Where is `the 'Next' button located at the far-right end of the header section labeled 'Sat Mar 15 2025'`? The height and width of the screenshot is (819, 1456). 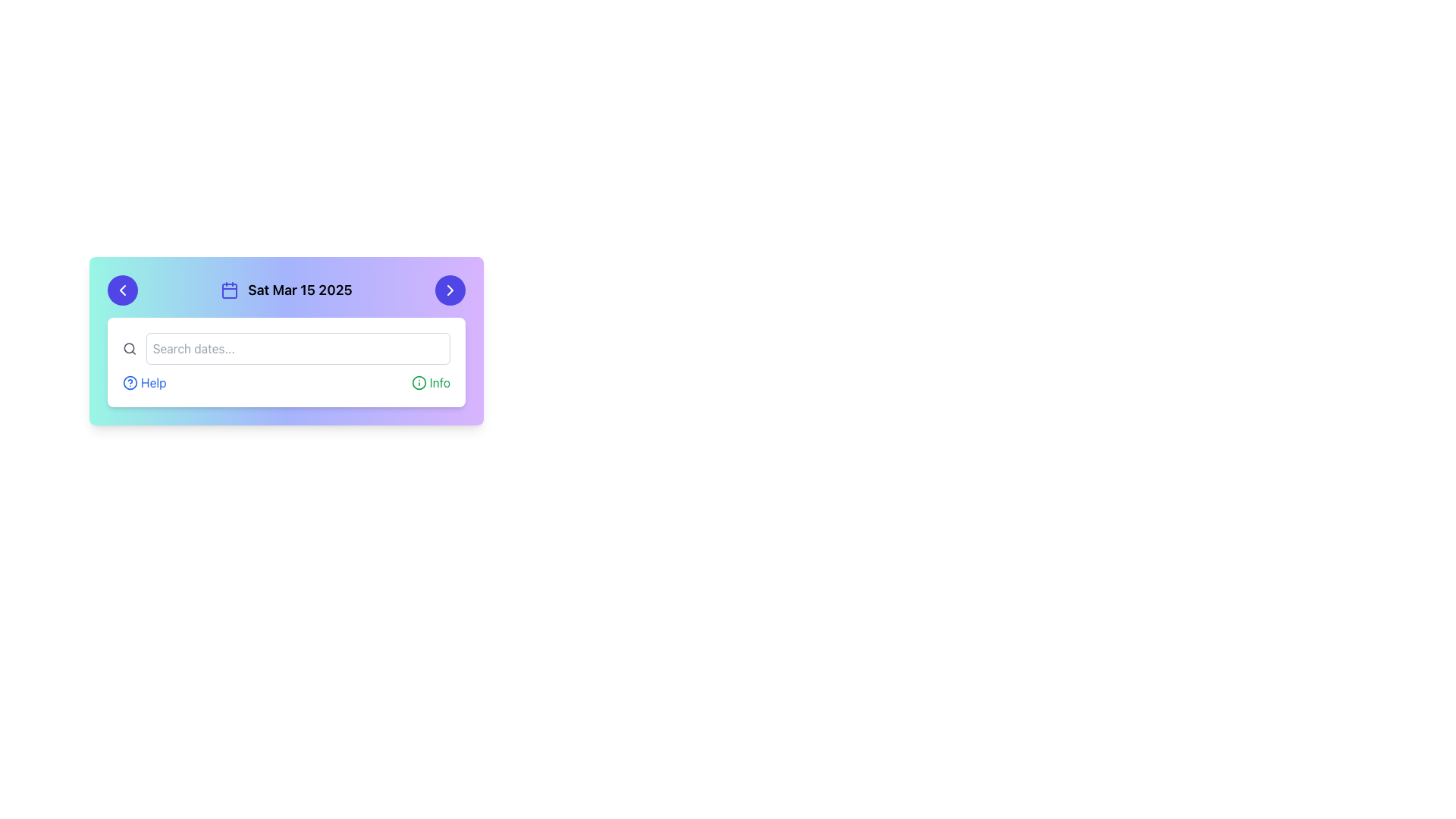
the 'Next' button located at the far-right end of the header section labeled 'Sat Mar 15 2025' is located at coordinates (450, 290).